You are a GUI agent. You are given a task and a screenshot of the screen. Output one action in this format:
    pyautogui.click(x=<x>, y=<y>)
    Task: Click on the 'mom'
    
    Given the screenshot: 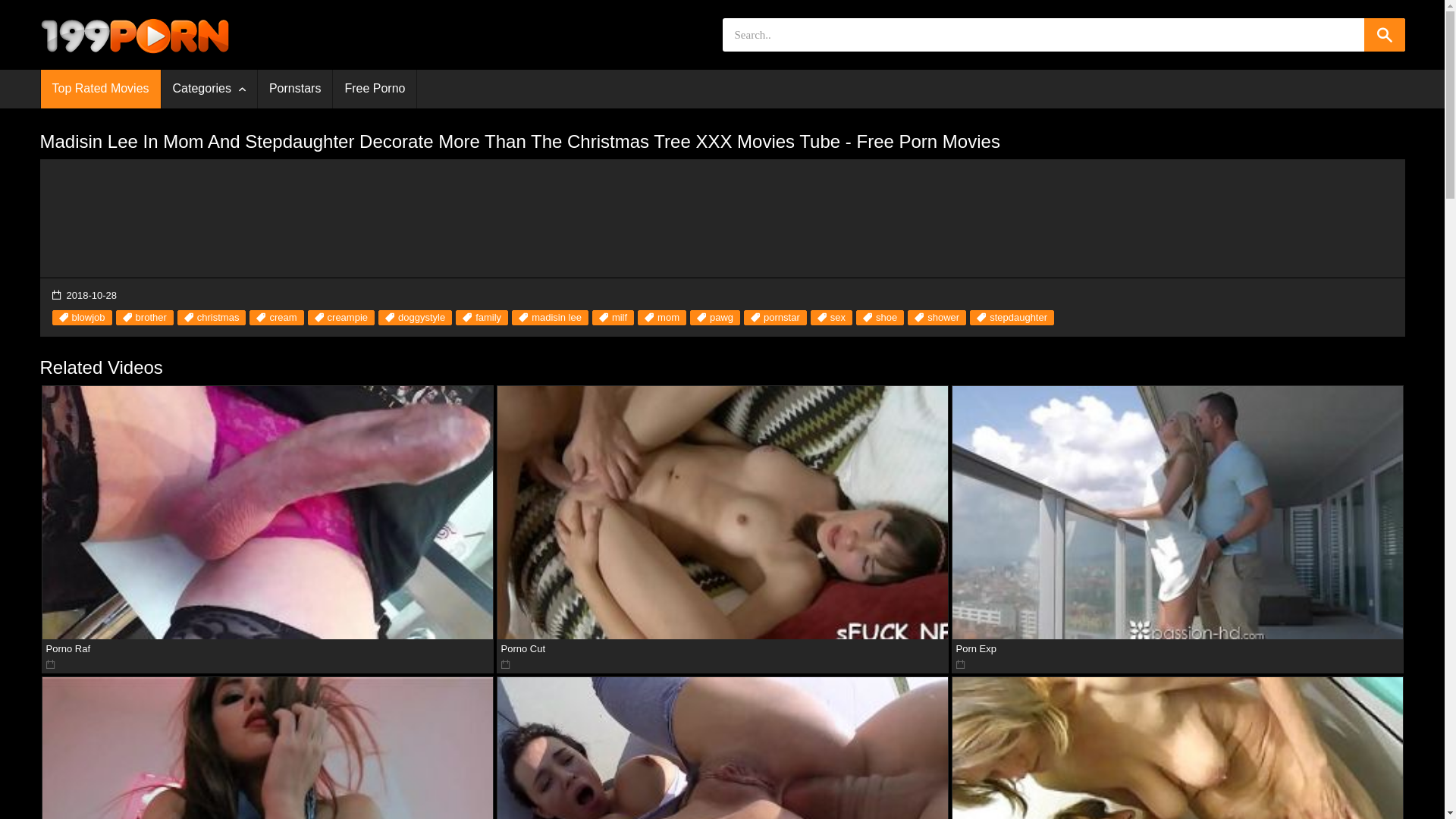 What is the action you would take?
    pyautogui.click(x=637, y=317)
    